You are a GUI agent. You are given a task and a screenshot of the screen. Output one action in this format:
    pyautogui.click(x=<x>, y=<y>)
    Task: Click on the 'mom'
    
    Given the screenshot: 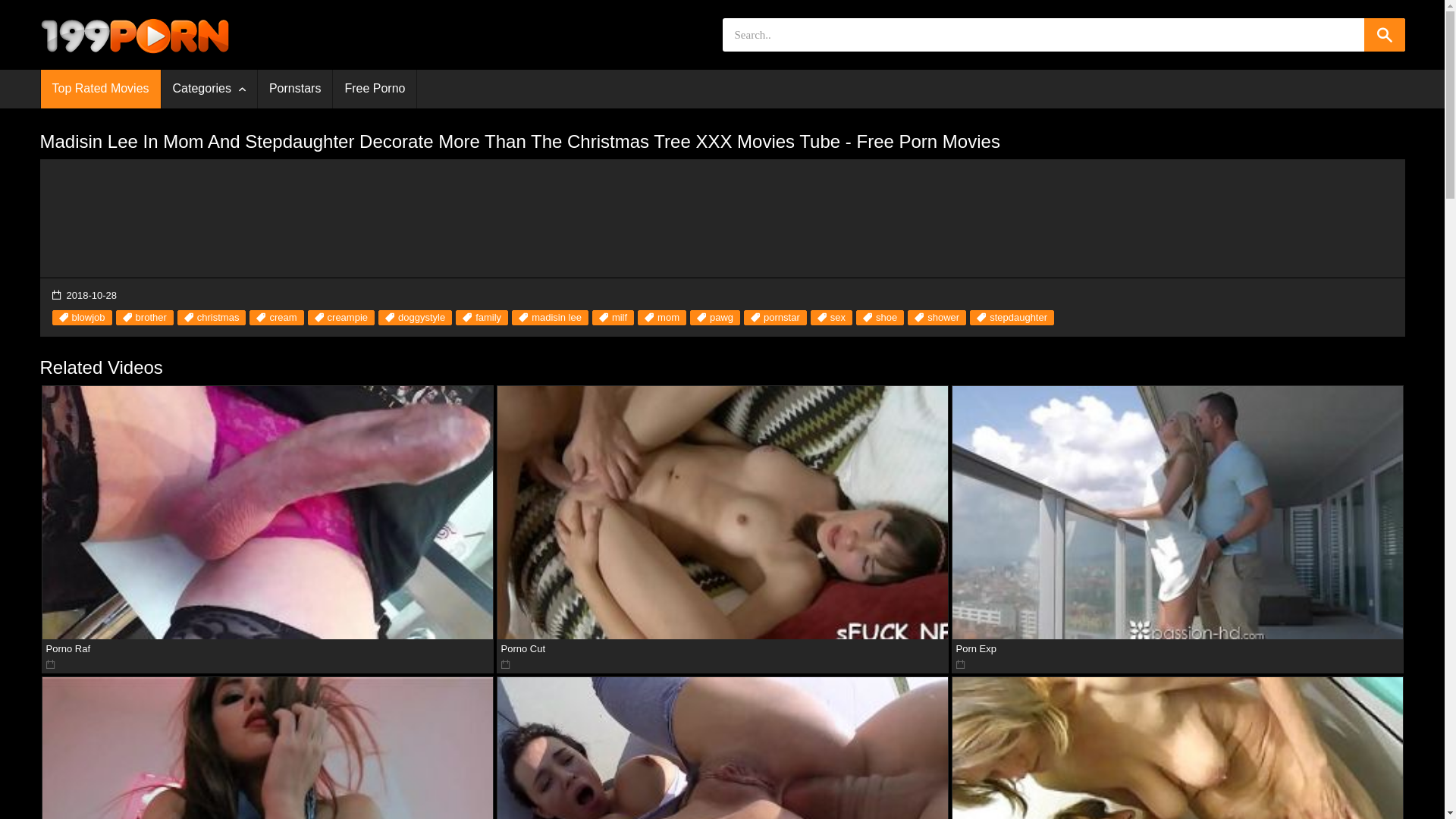 What is the action you would take?
    pyautogui.click(x=637, y=317)
    